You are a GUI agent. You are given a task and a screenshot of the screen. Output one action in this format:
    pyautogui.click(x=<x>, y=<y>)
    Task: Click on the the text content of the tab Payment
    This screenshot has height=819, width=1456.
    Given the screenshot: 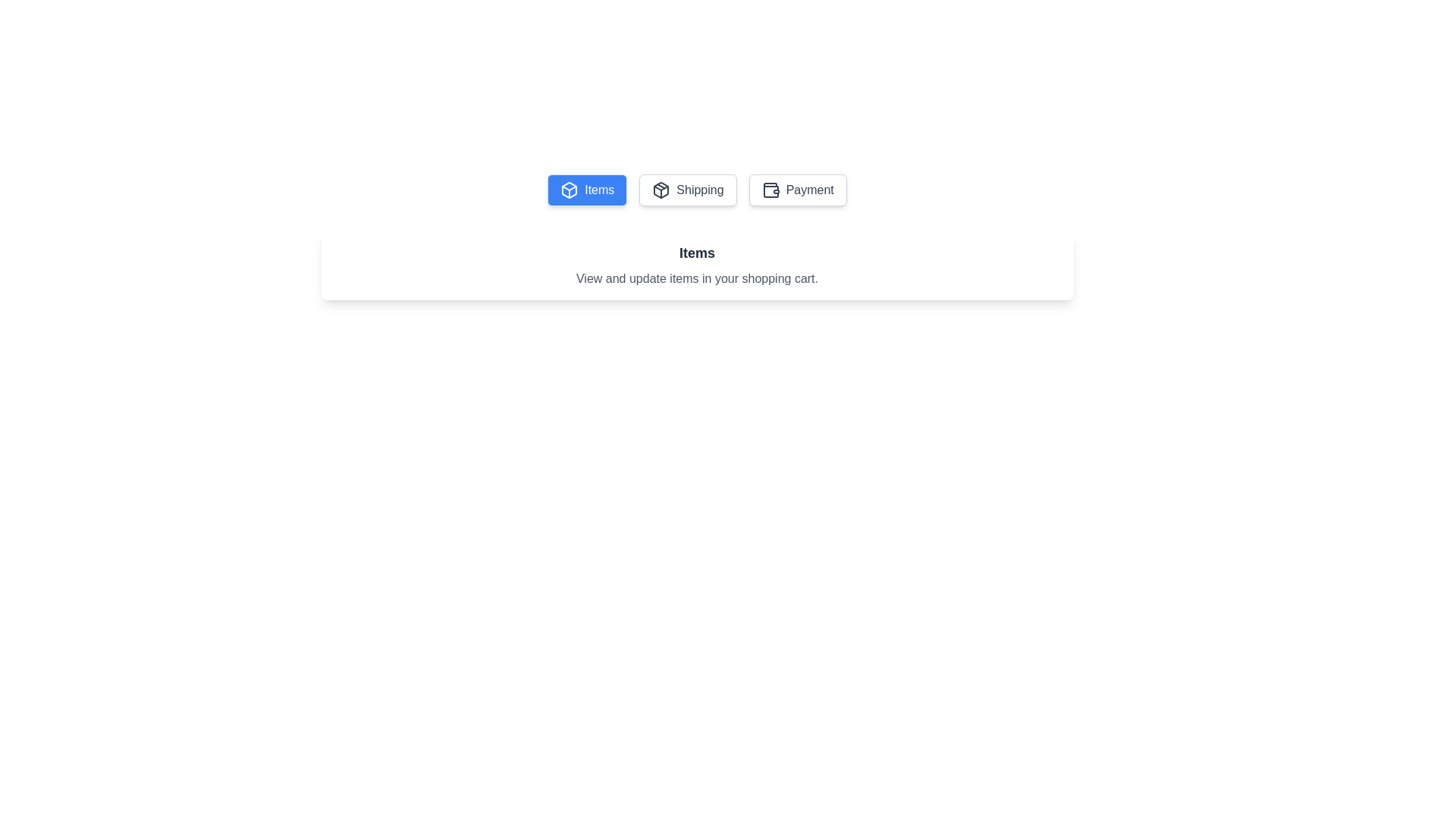 What is the action you would take?
    pyautogui.click(x=797, y=189)
    